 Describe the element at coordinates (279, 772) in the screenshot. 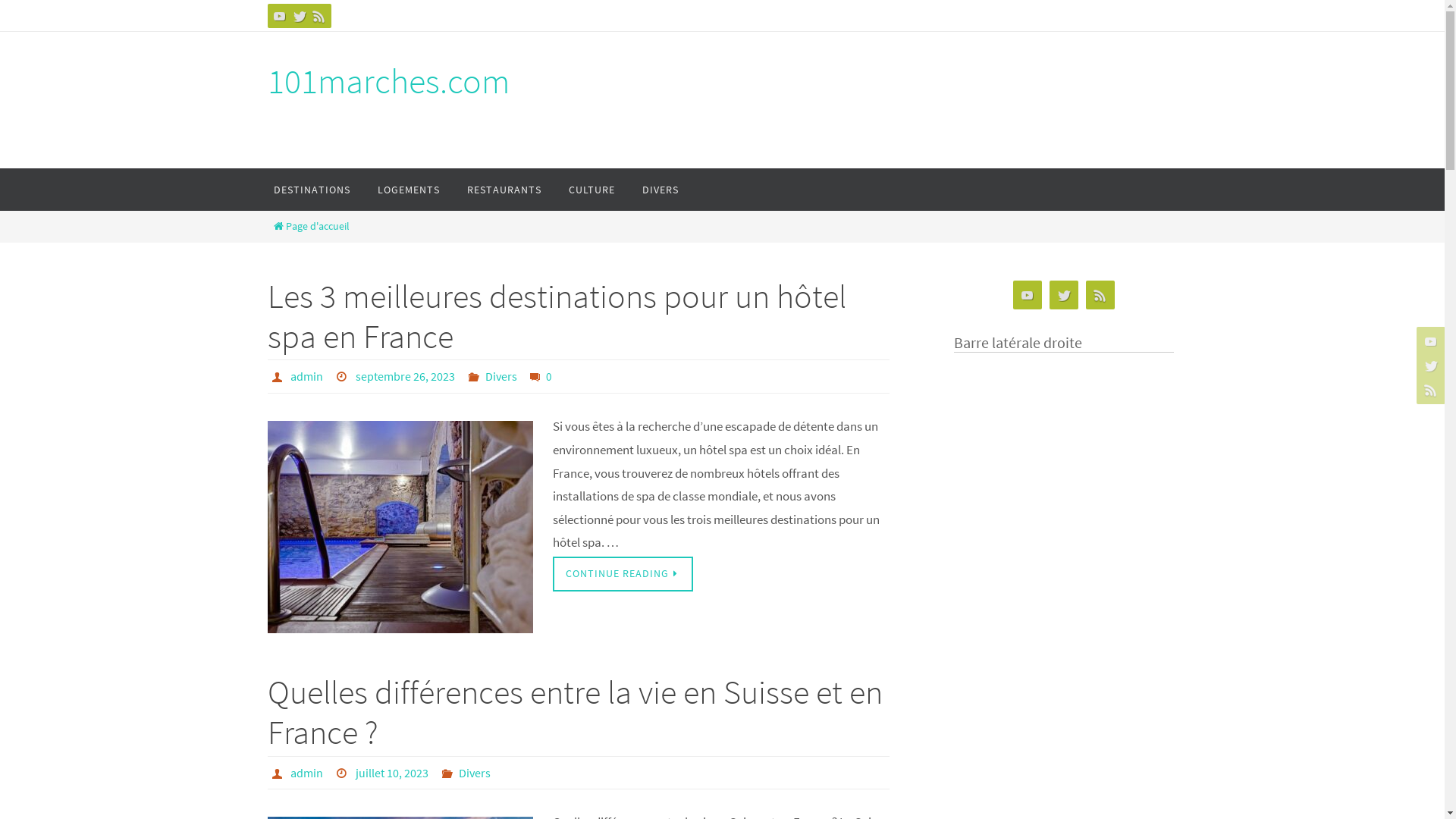

I see `'Auteur'` at that location.